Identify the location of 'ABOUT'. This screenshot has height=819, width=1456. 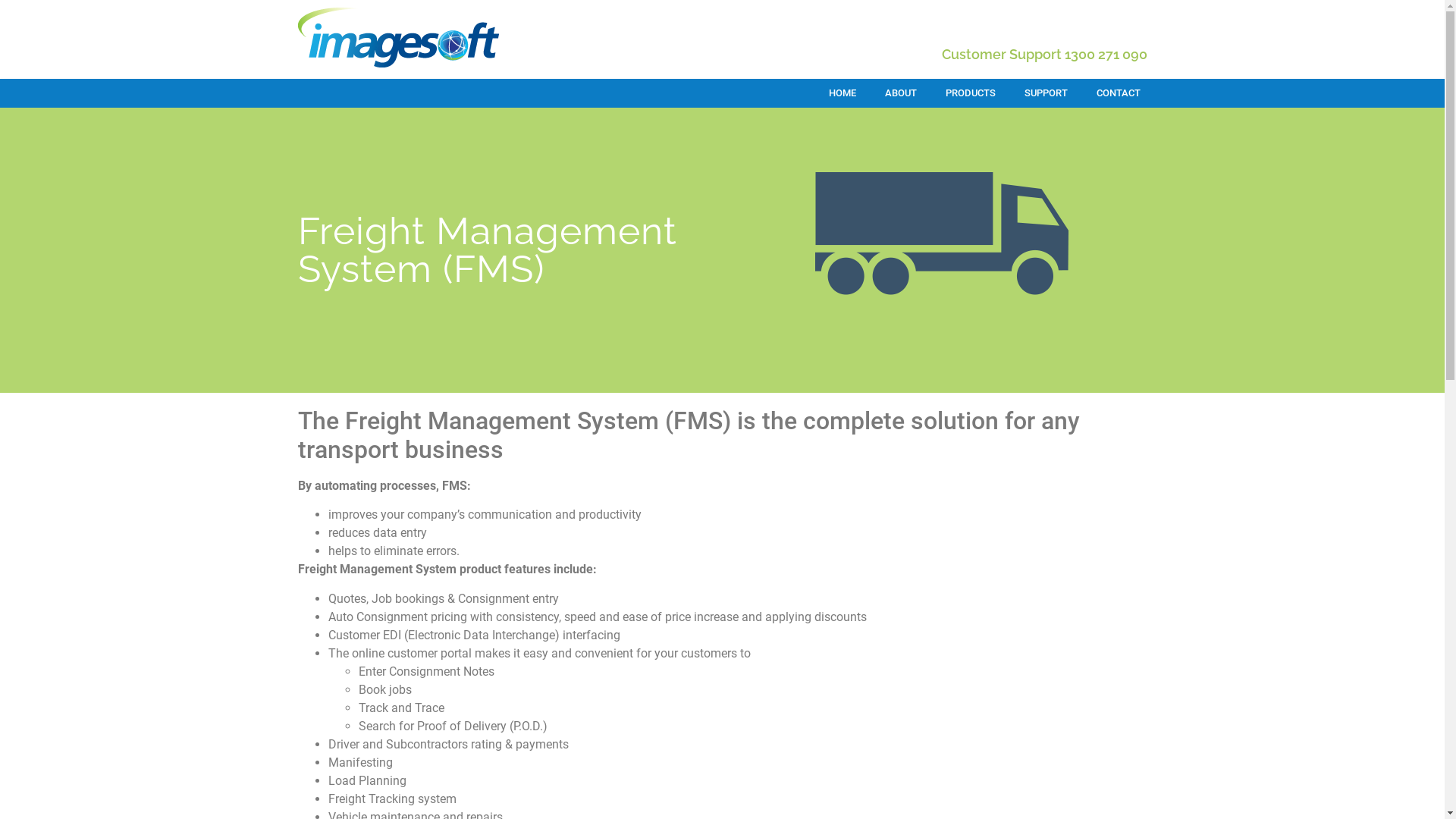
(900, 93).